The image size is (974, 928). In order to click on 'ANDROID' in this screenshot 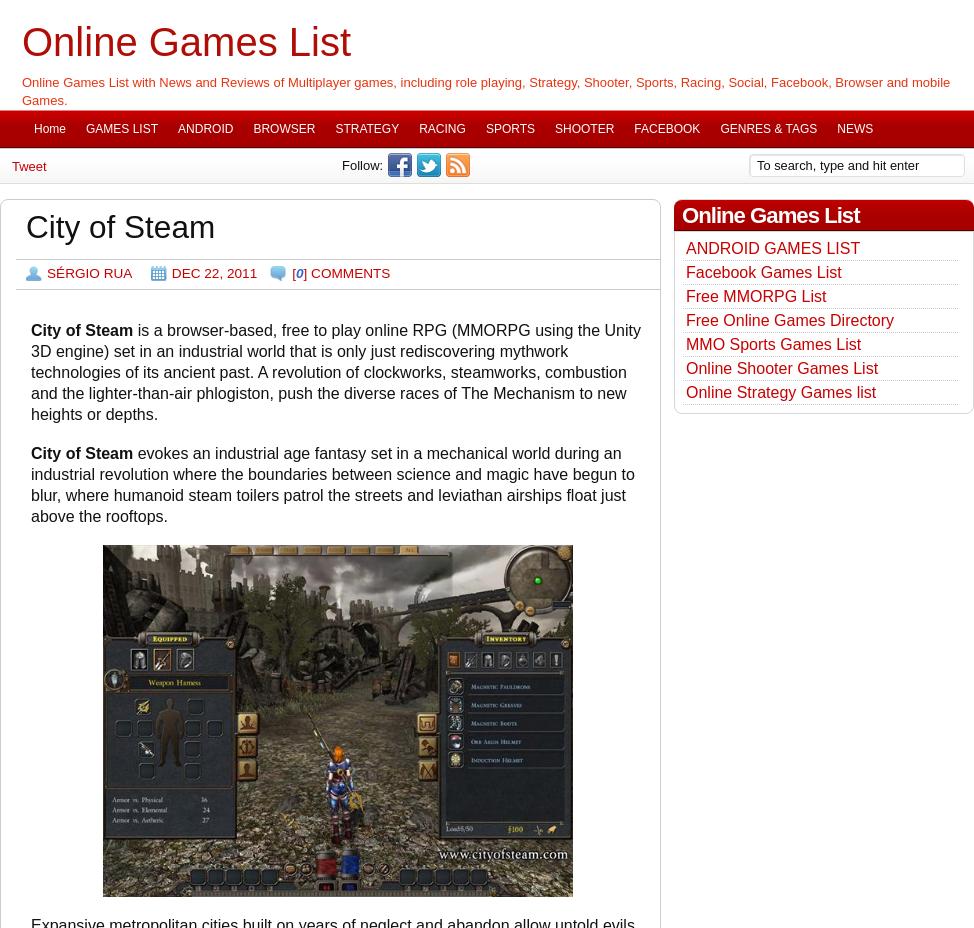, I will do `click(205, 128)`.